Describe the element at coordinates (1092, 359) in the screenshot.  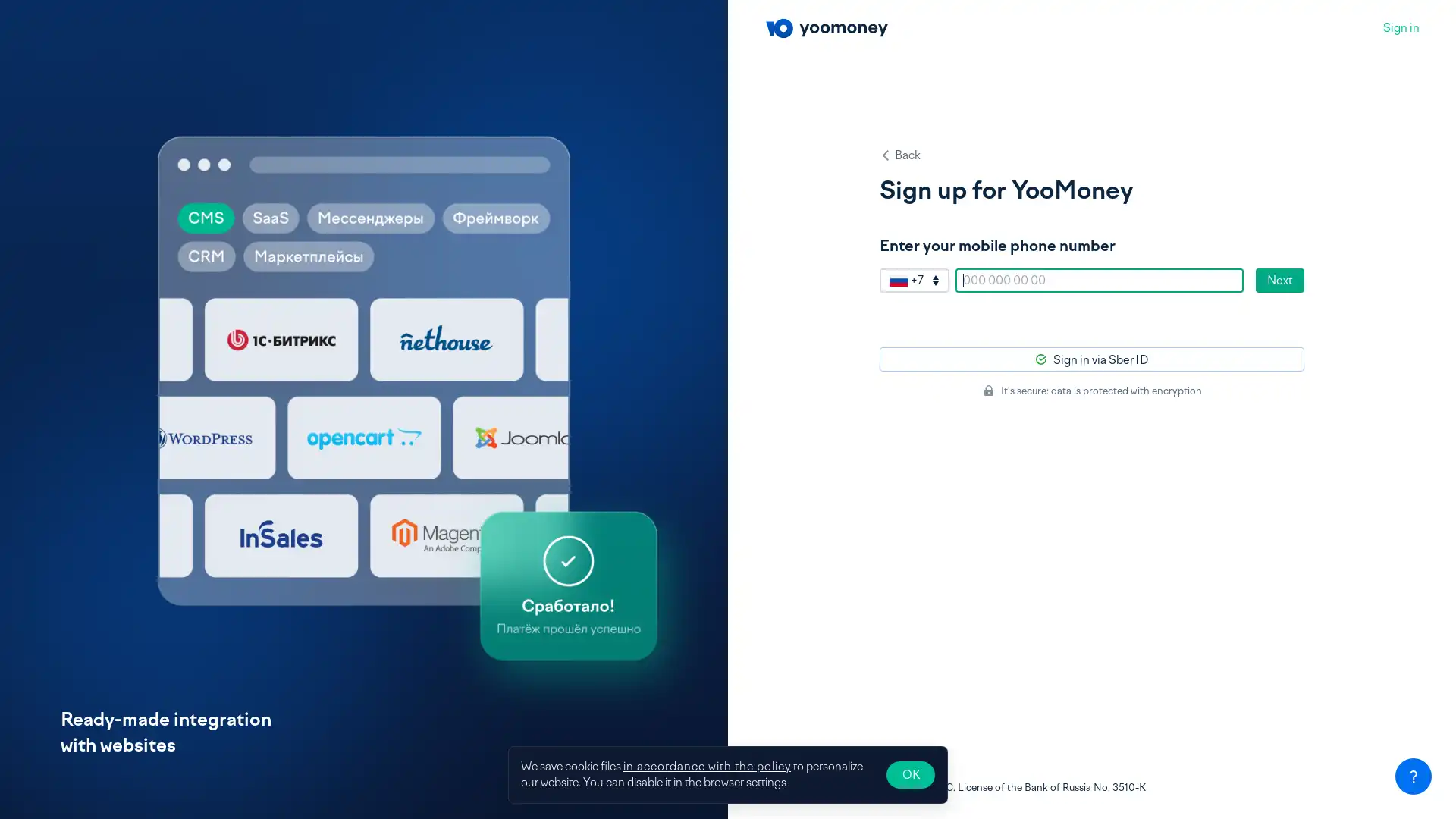
I see `Sign in via Sber ID` at that location.